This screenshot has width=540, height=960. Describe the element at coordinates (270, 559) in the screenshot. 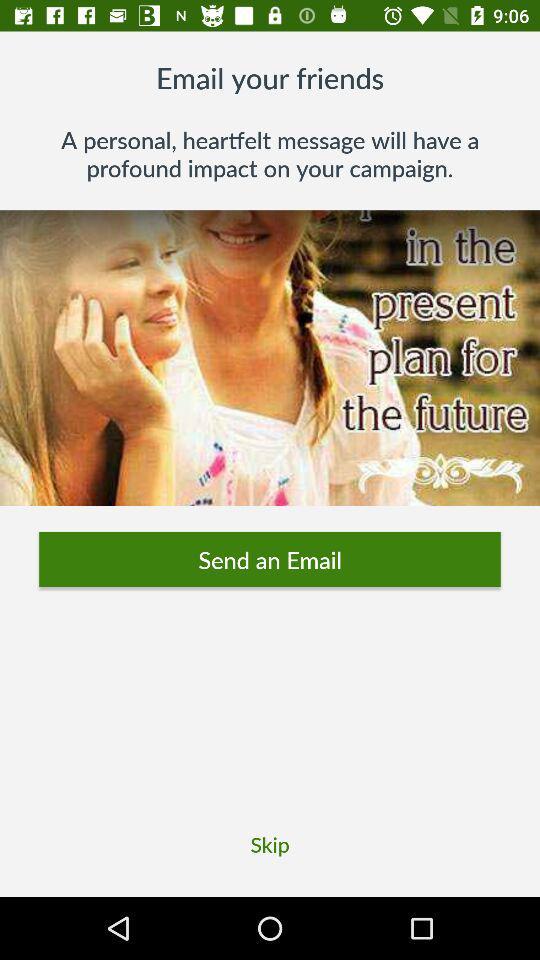

I see `the icon above the skip` at that location.